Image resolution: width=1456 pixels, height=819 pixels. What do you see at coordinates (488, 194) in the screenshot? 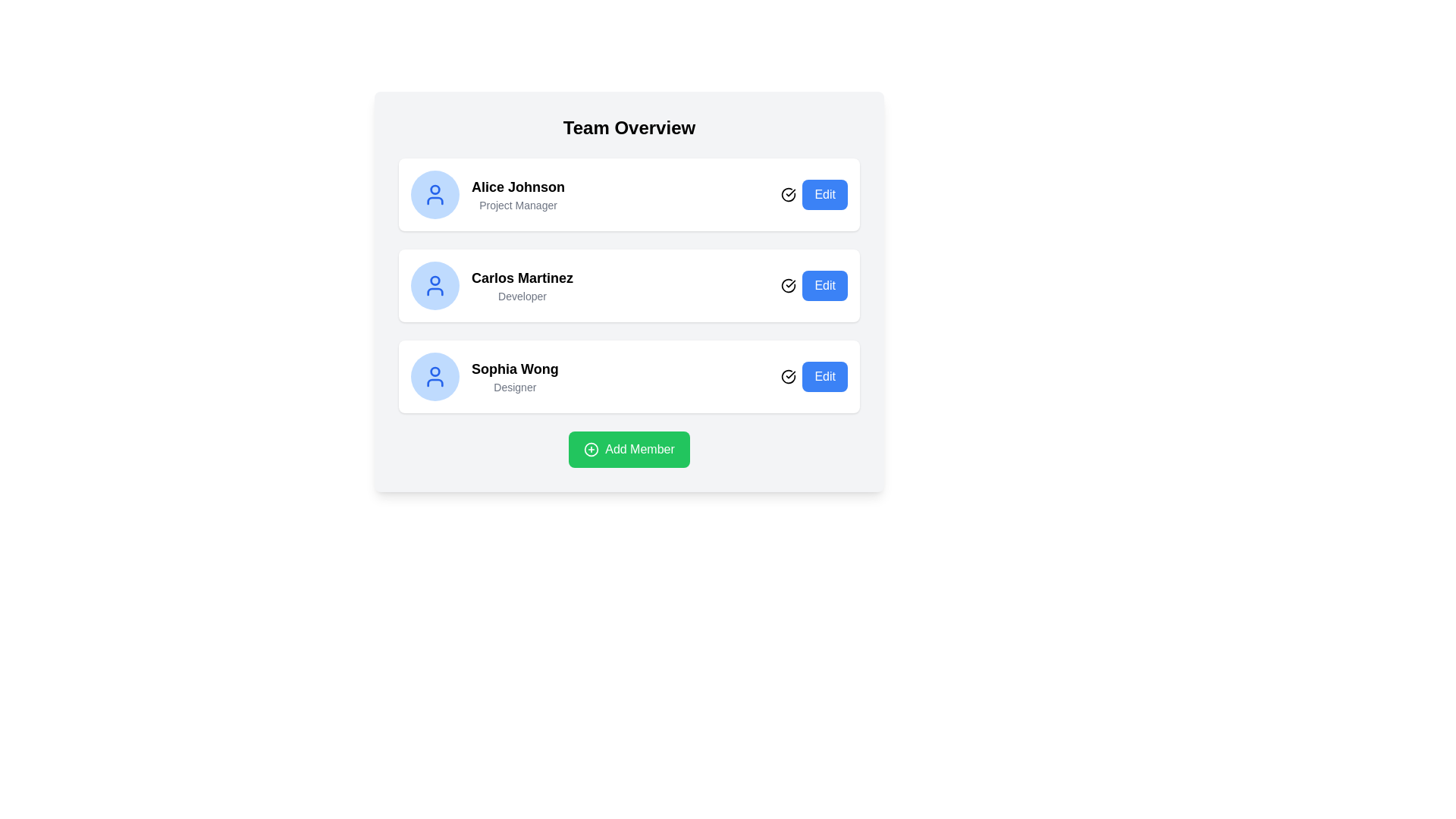
I see `the 'Alice Johnson' text in the Profile display card` at bounding box center [488, 194].